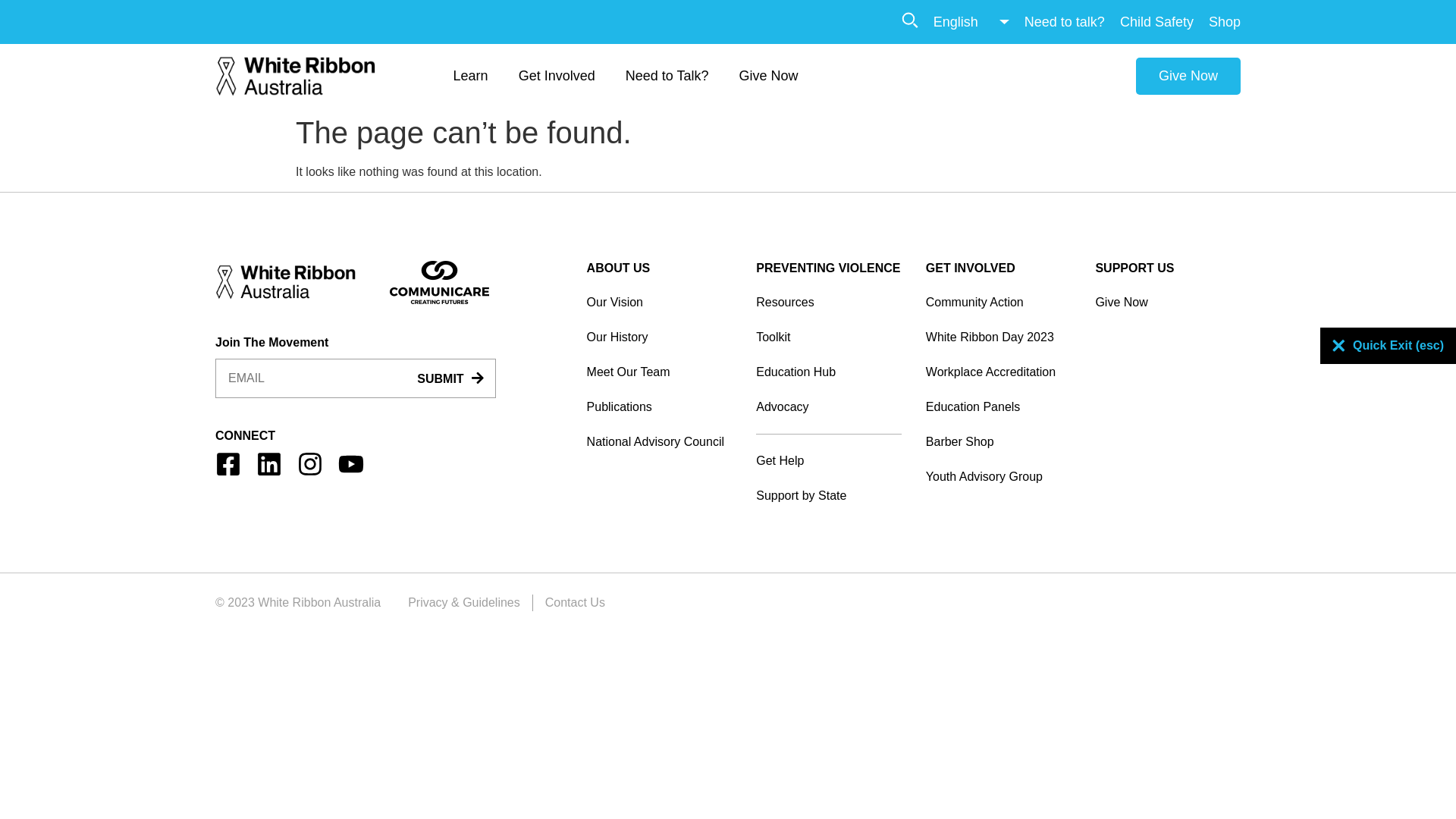 The image size is (1456, 819). I want to click on 'GET INVOLVED', so click(924, 267).